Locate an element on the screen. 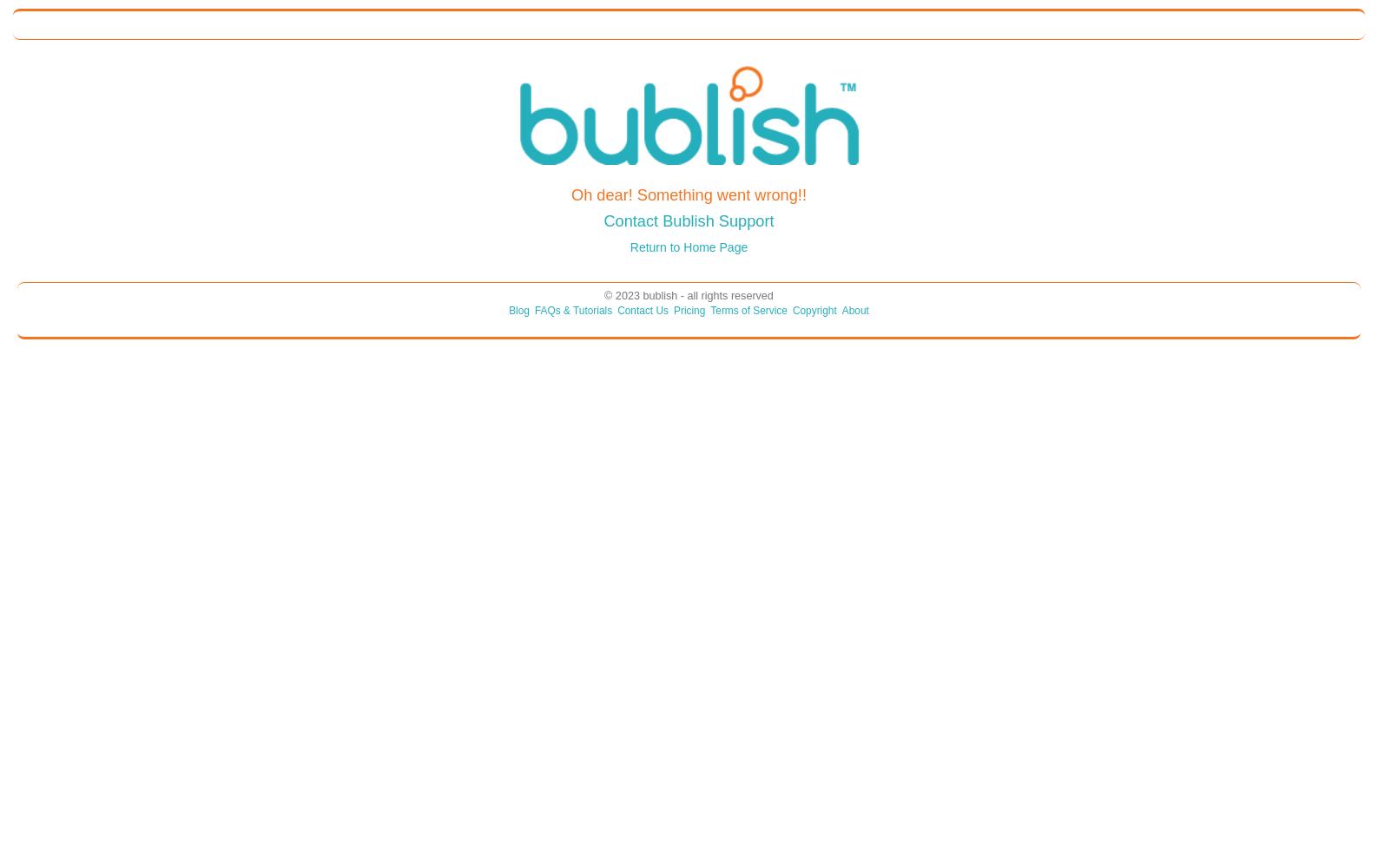 The width and height of the screenshot is (1378, 868). 'Contact Us' is located at coordinates (643, 310).